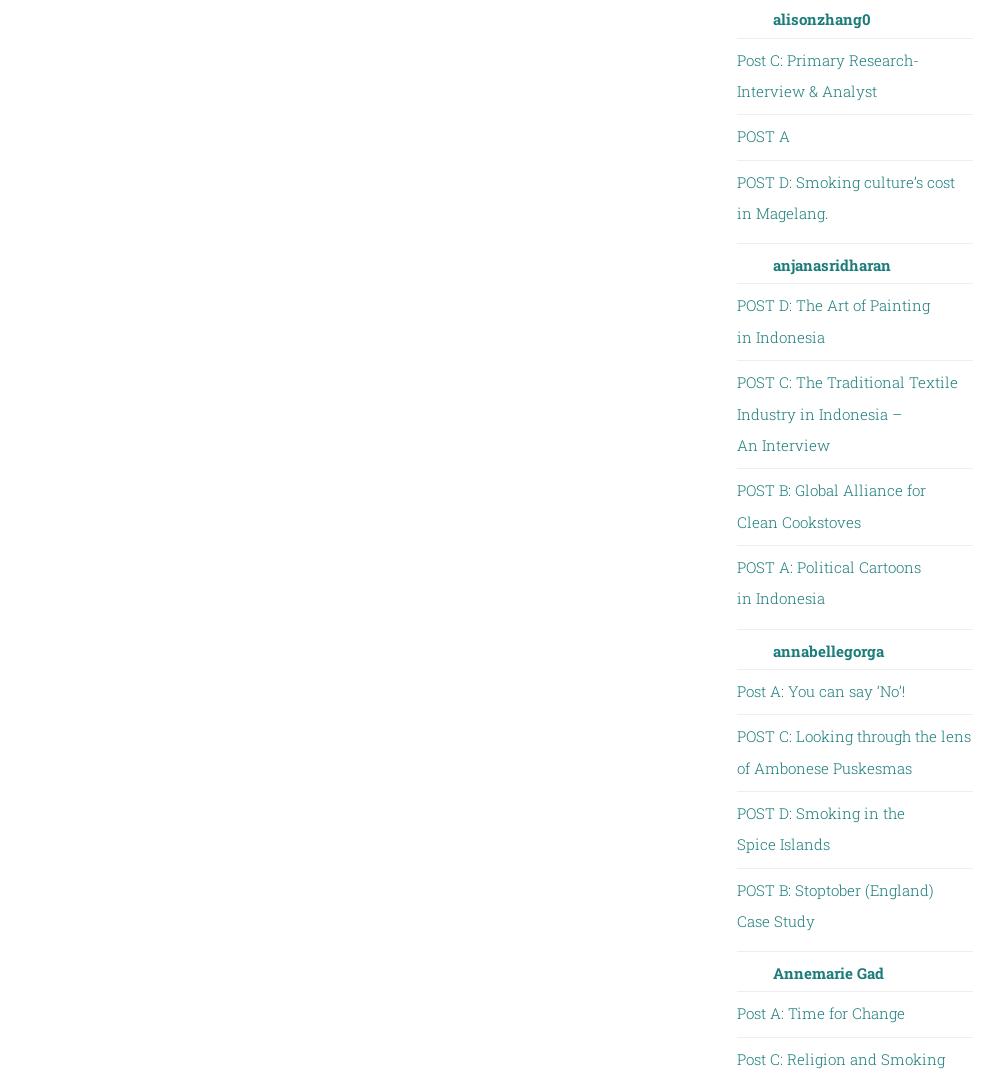 The width and height of the screenshot is (1000, 1078). Describe the element at coordinates (826, 74) in the screenshot. I see `'Post C: Primary Research-Interview & Analyst'` at that location.